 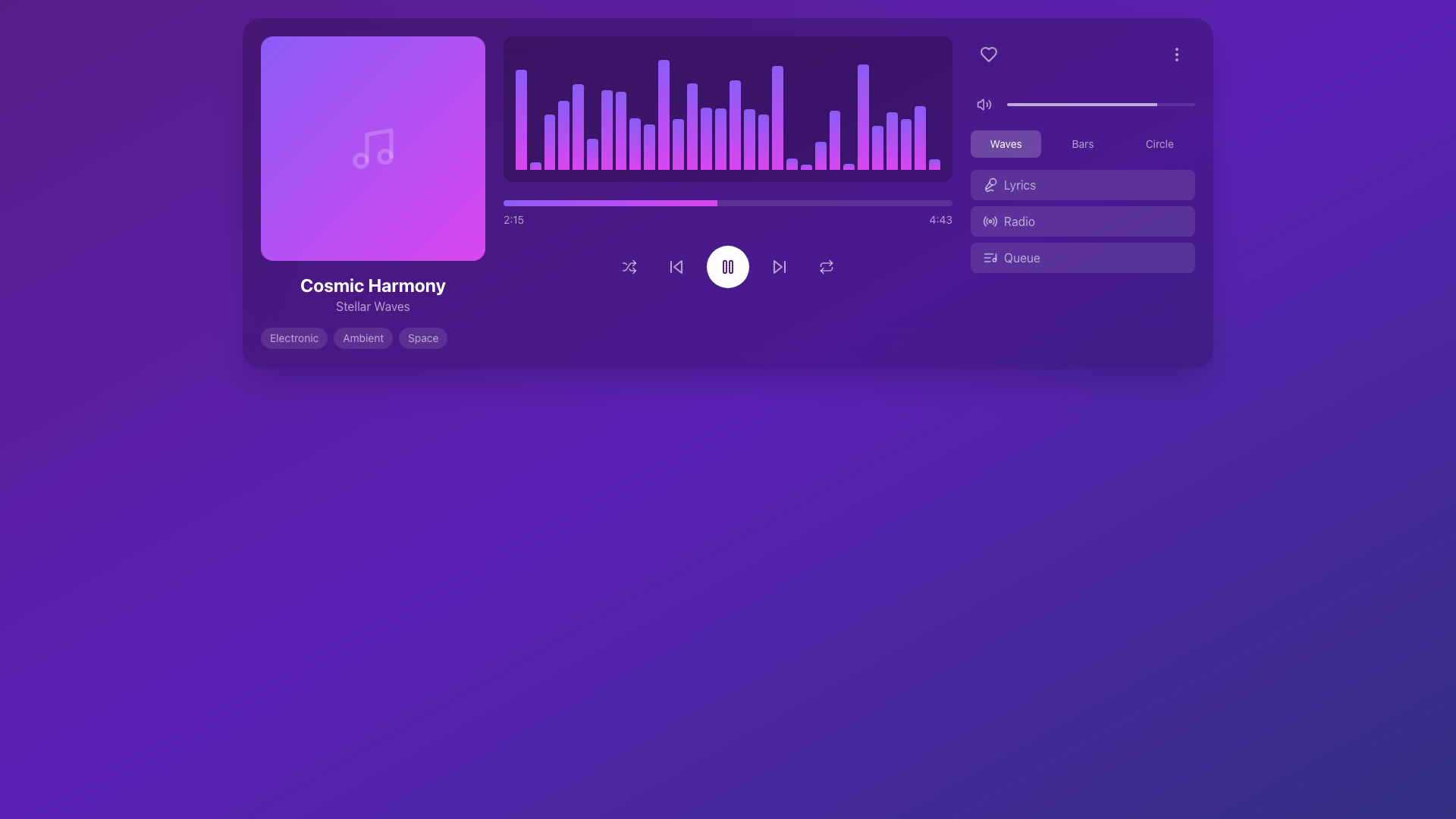 I want to click on visual representation of the 26th bar in the bar chart, located near the right end of the chart area, so click(x=877, y=147).